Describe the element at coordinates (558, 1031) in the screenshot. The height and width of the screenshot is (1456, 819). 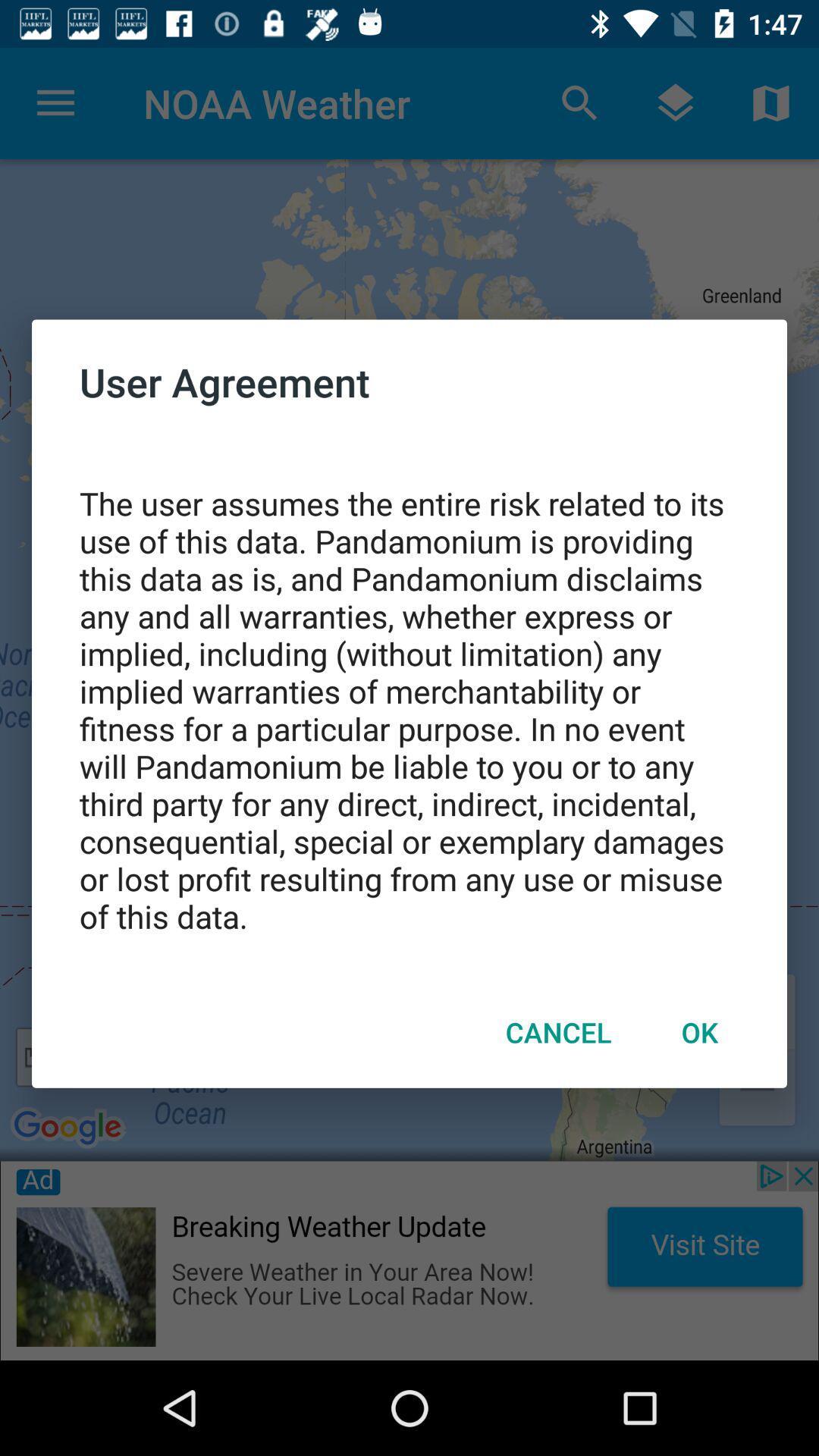
I see `icon to the left of ok` at that location.